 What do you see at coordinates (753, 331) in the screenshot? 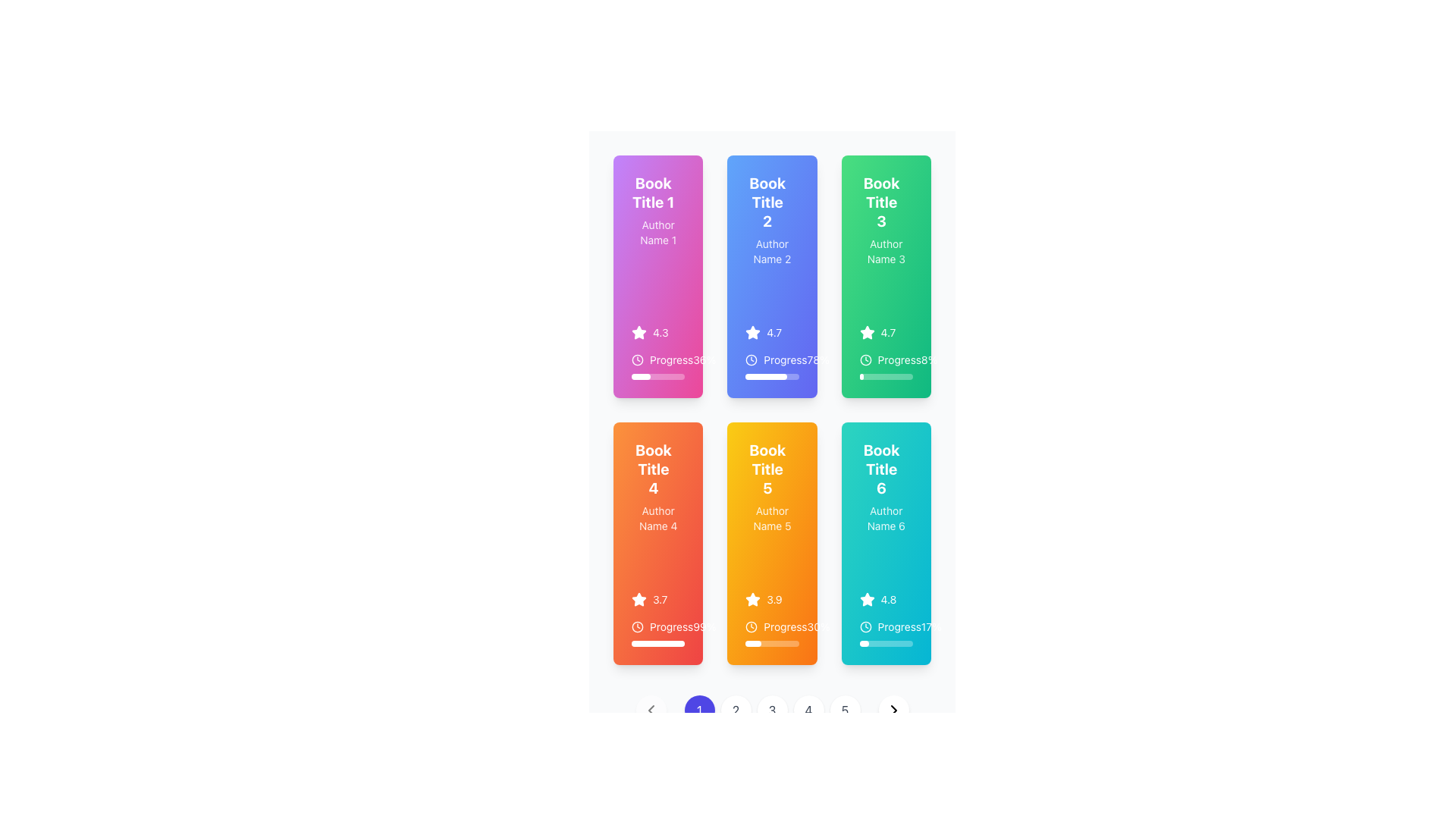
I see `the star-shaped icon within the blue interface card labeled 'Book Title 2' to interact with the rating` at bounding box center [753, 331].